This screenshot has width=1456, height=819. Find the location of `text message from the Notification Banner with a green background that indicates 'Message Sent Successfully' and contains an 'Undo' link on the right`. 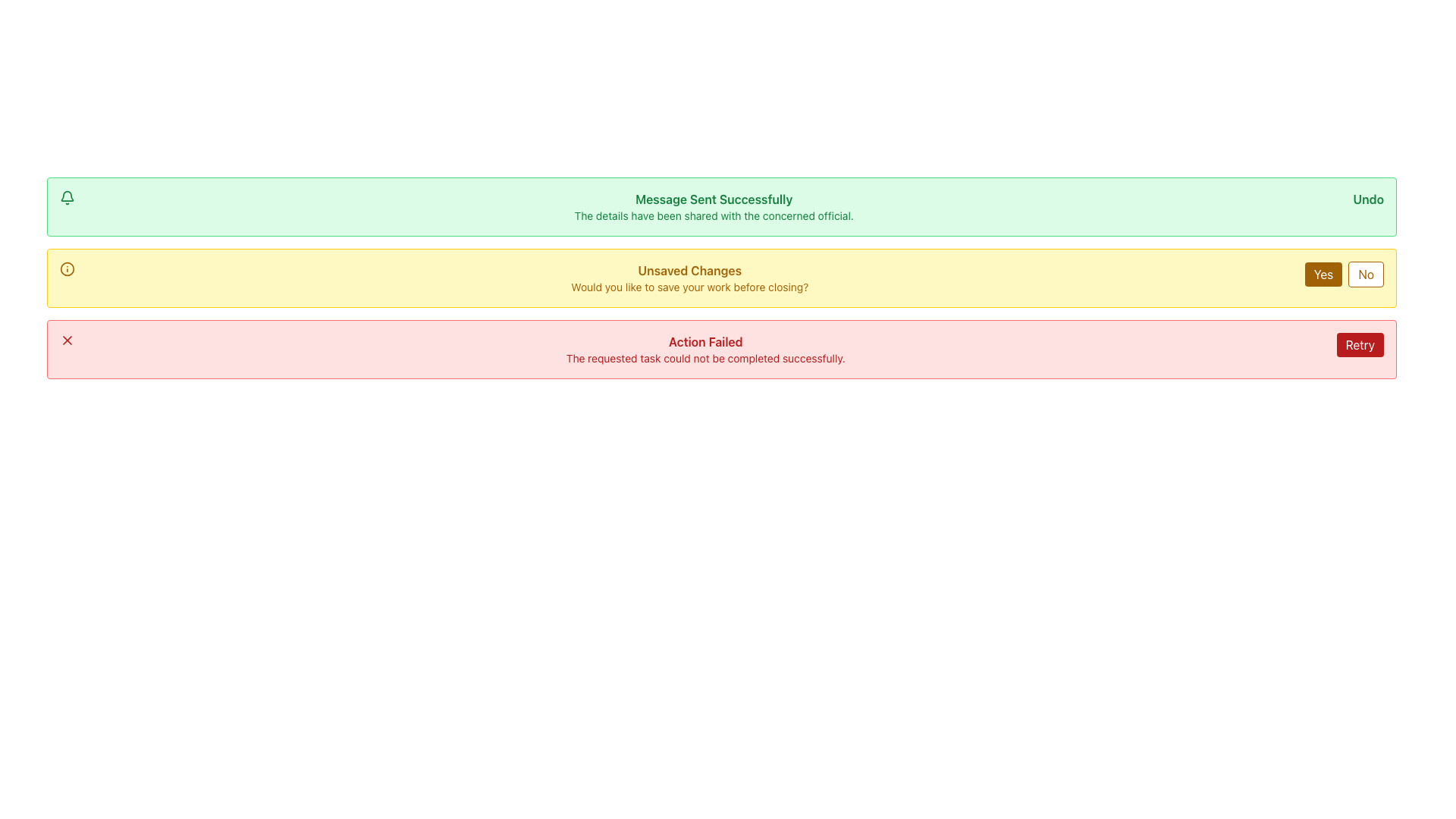

text message from the Notification Banner with a green background that indicates 'Message Sent Successfully' and contains an 'Undo' link on the right is located at coordinates (720, 207).